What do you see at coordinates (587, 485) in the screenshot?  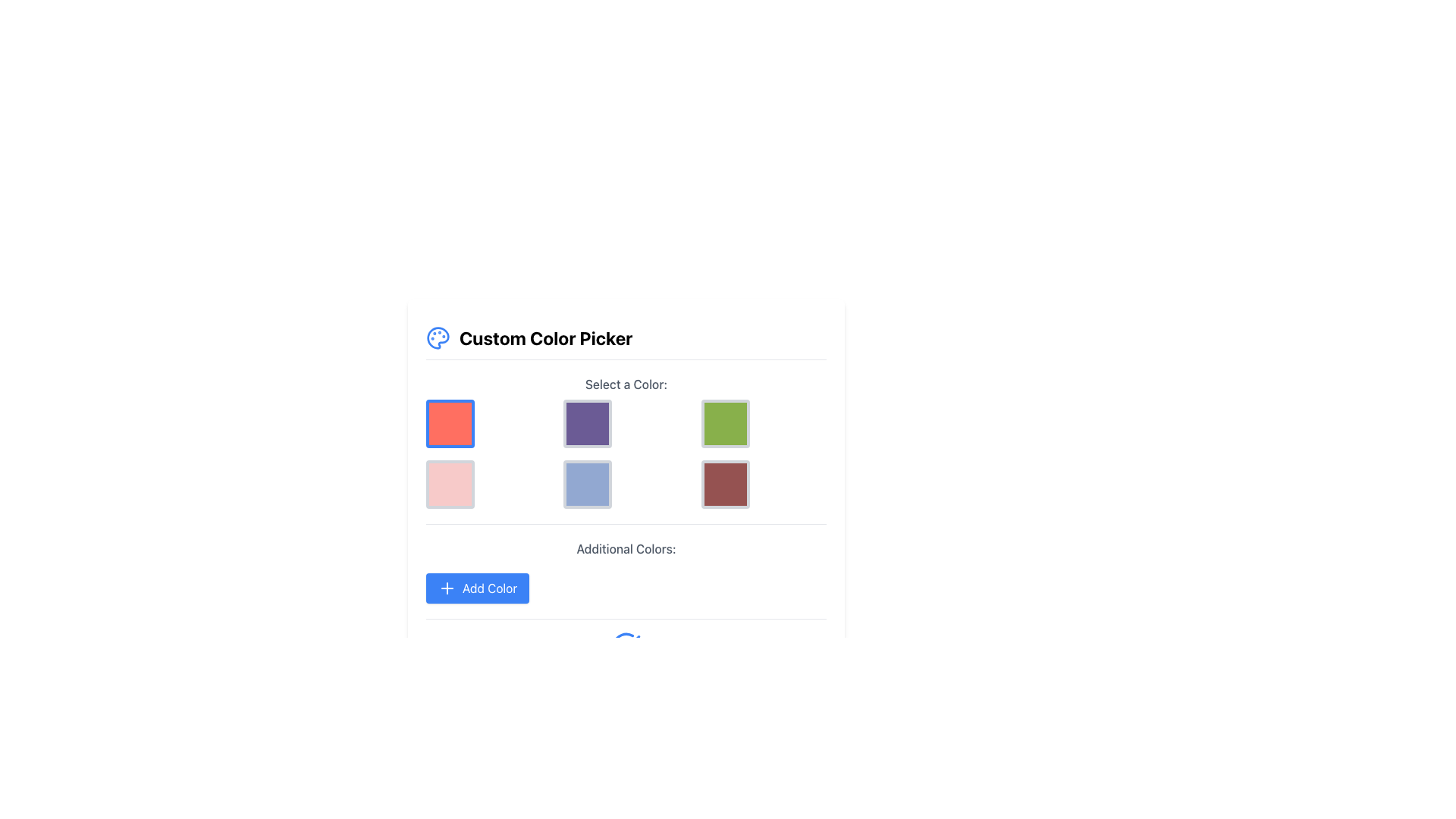 I see `the light indigo color option button located in the second row, center column of the 'Select a Color' grid` at bounding box center [587, 485].